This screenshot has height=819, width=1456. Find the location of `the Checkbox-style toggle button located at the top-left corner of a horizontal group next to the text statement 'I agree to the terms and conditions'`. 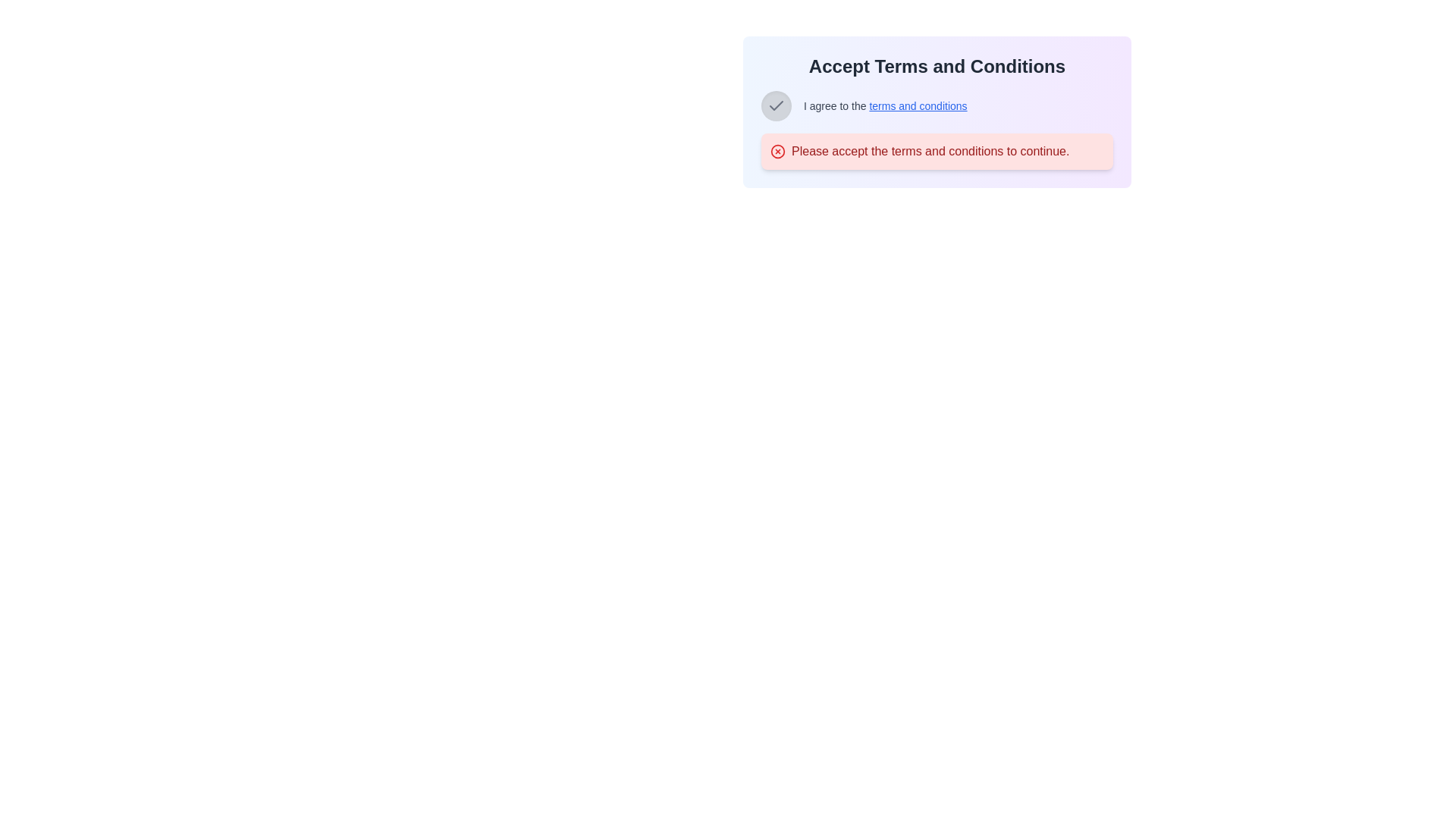

the Checkbox-style toggle button located at the top-left corner of a horizontal group next to the text statement 'I agree to the terms and conditions' is located at coordinates (776, 105).